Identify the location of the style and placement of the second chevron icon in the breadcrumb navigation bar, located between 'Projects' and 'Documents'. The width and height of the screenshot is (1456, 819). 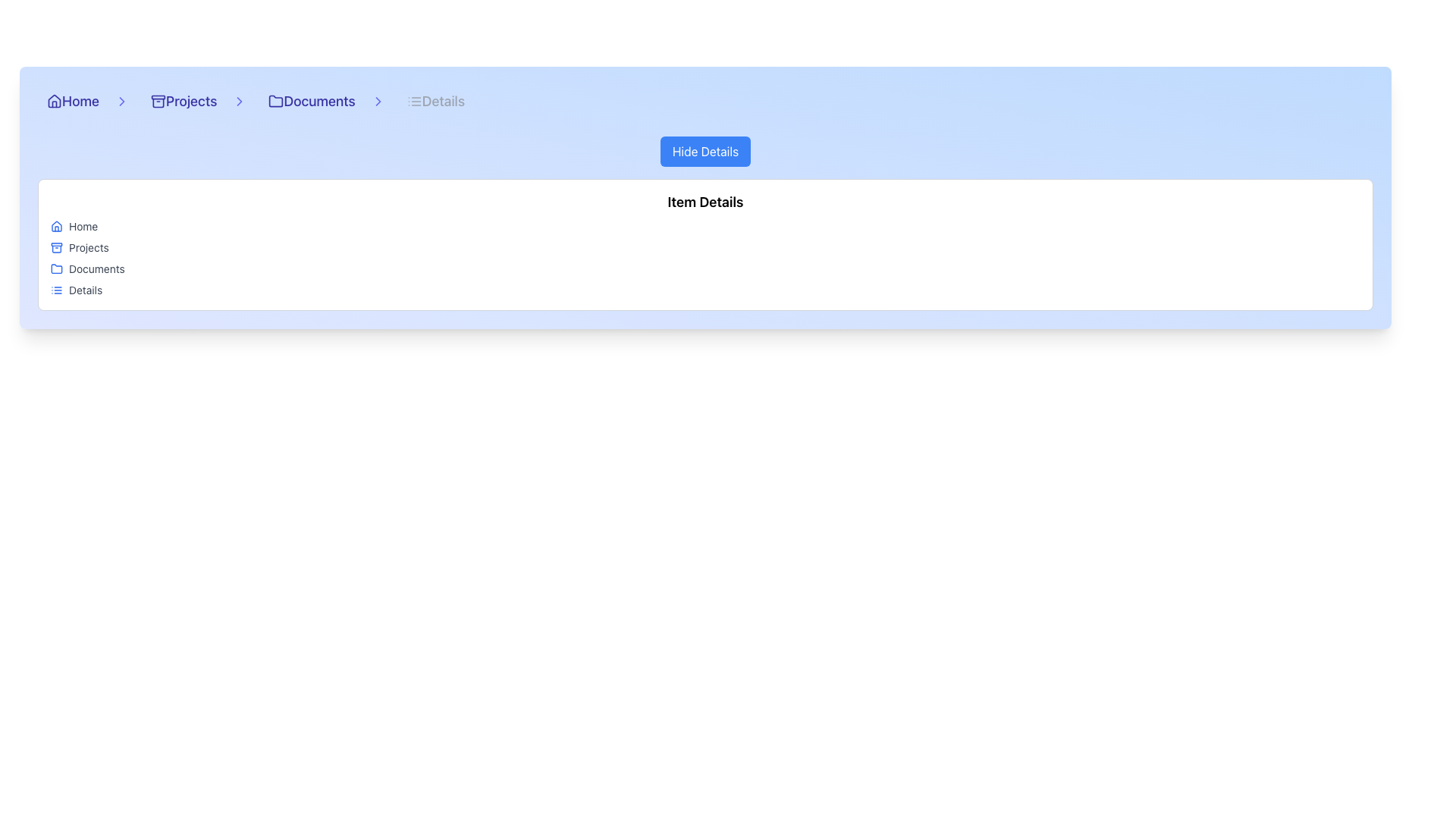
(121, 102).